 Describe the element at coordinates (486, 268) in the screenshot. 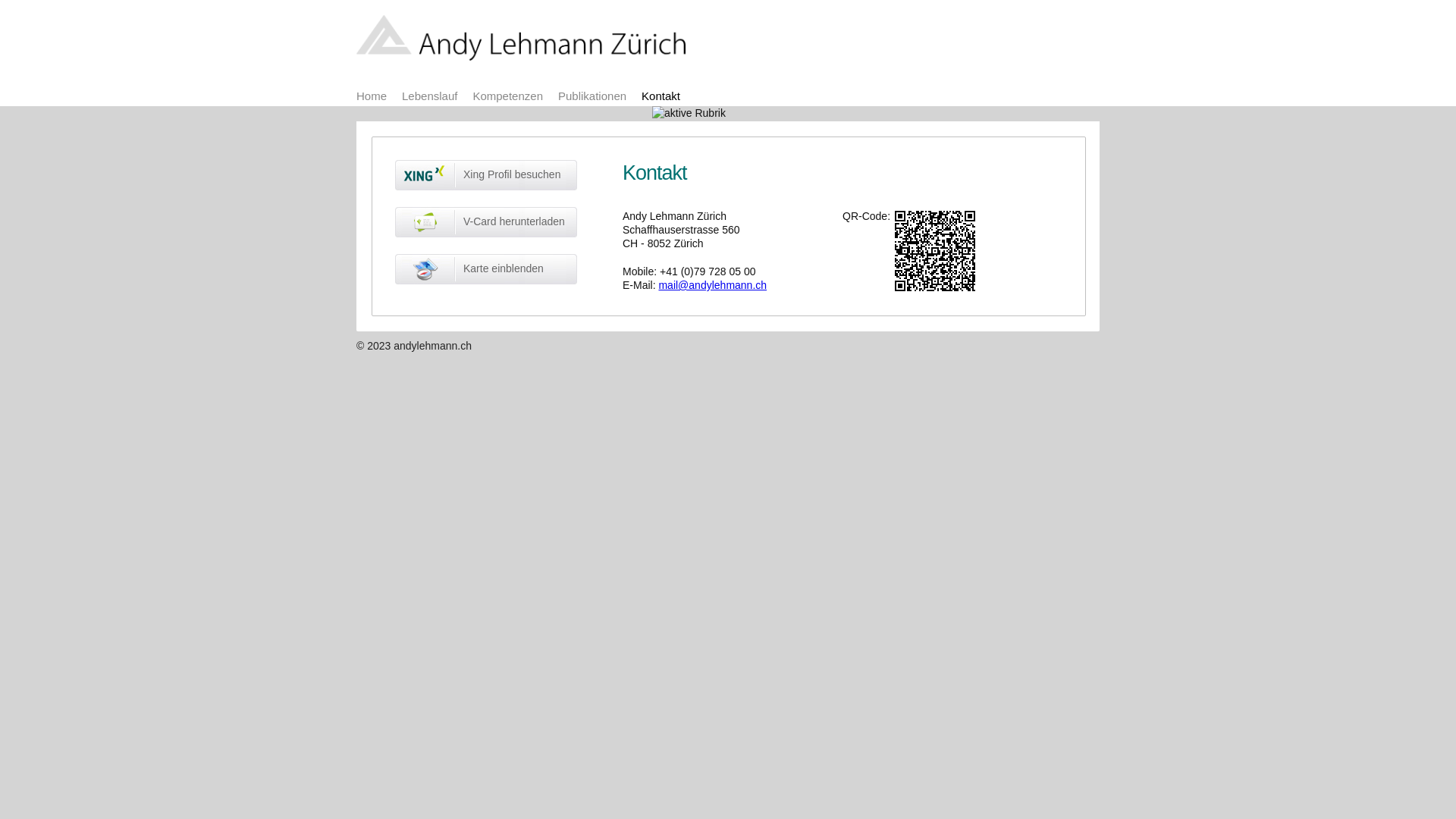

I see `'Karte einblenden'` at that location.